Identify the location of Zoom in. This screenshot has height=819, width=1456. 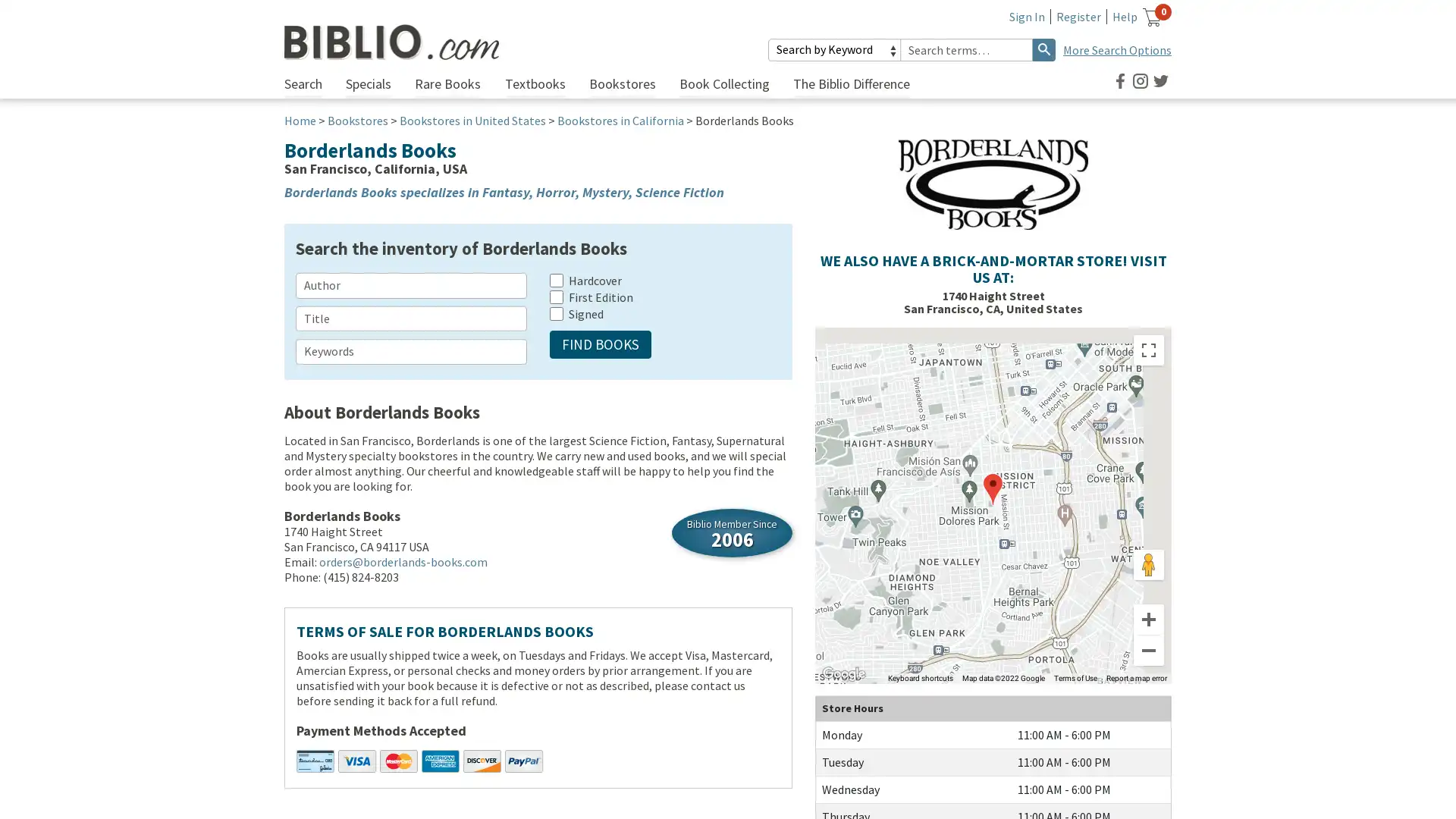
(1149, 620).